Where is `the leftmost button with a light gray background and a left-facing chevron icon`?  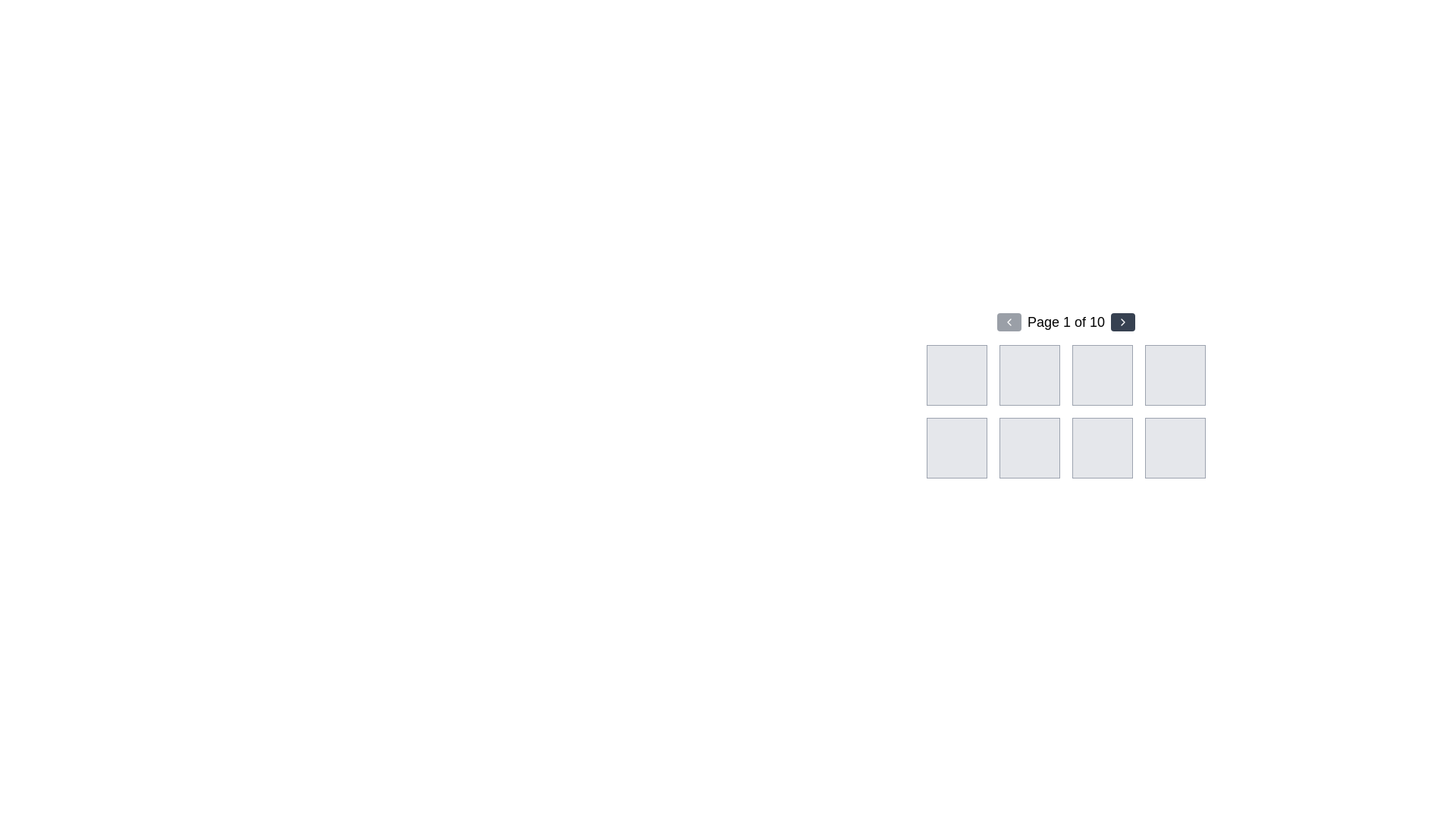 the leftmost button with a light gray background and a left-facing chevron icon is located at coordinates (1009, 321).